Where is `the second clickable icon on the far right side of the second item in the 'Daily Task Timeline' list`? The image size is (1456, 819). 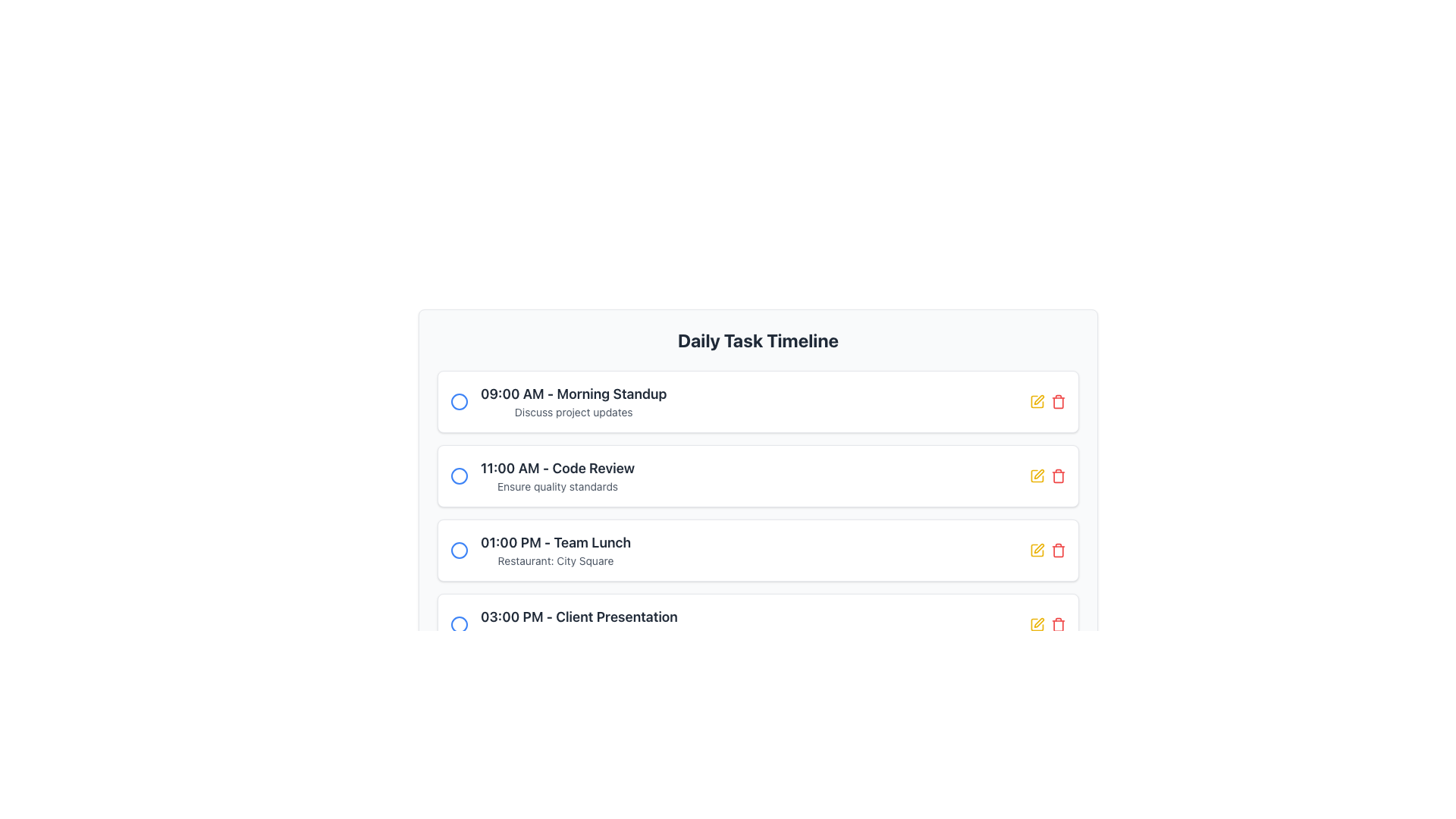
the second clickable icon on the far right side of the second item in the 'Daily Task Timeline' list is located at coordinates (1058, 400).